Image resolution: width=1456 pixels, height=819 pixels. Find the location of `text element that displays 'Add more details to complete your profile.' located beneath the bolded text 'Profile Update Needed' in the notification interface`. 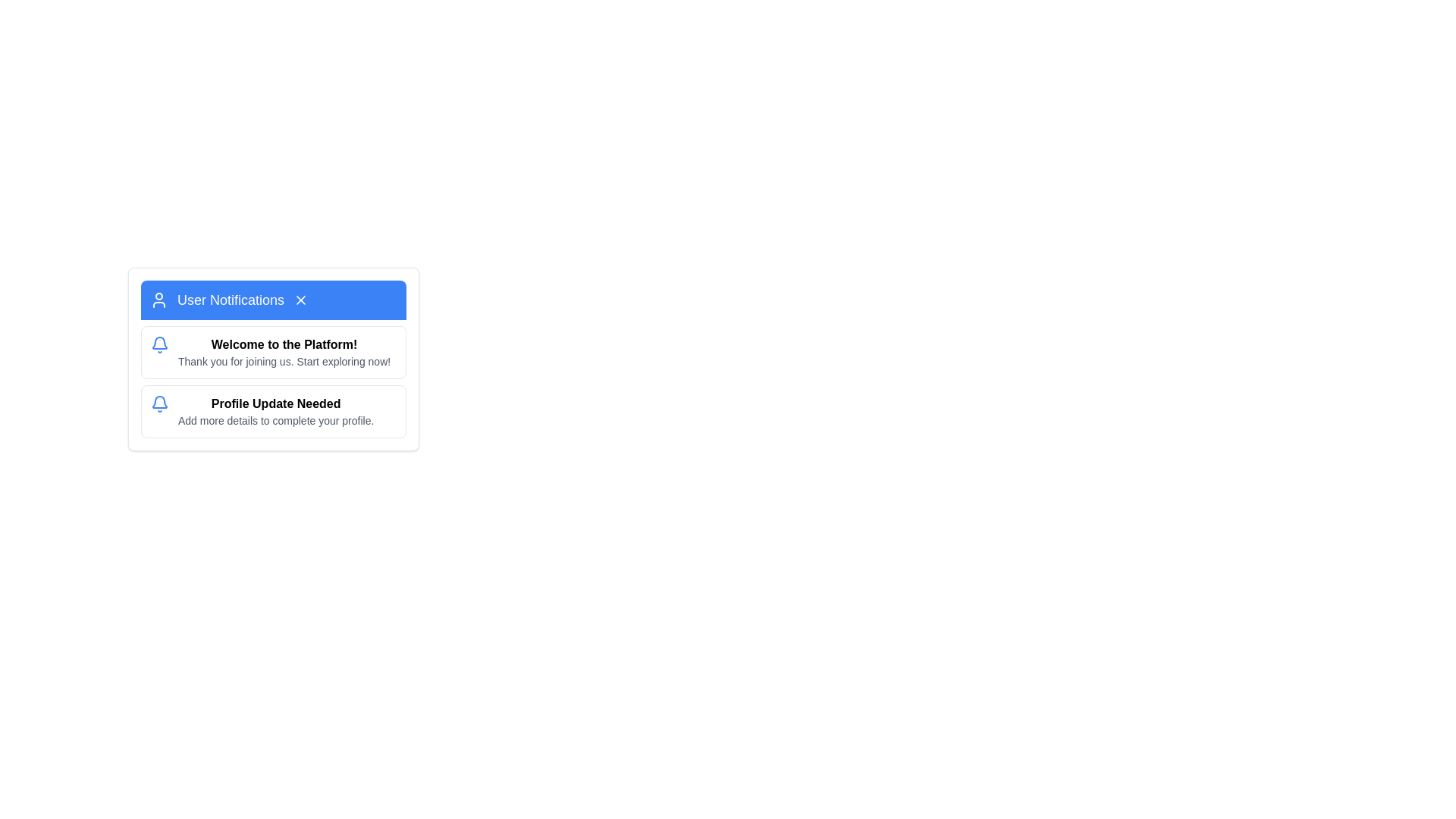

text element that displays 'Add more details to complete your profile.' located beneath the bolded text 'Profile Update Needed' in the notification interface is located at coordinates (276, 421).